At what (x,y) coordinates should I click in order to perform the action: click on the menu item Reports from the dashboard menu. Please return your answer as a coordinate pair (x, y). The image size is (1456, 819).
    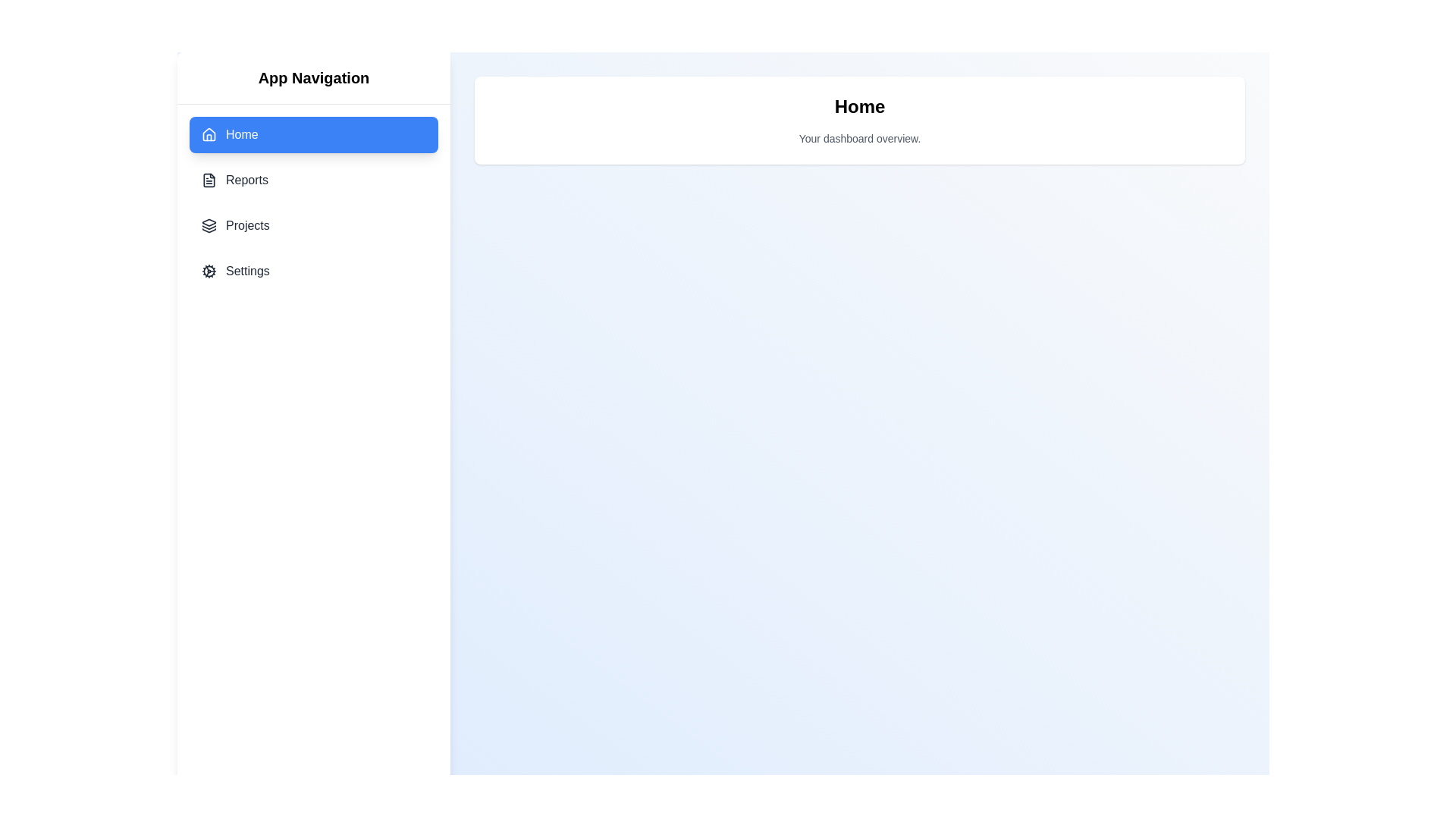
    Looking at the image, I should click on (312, 180).